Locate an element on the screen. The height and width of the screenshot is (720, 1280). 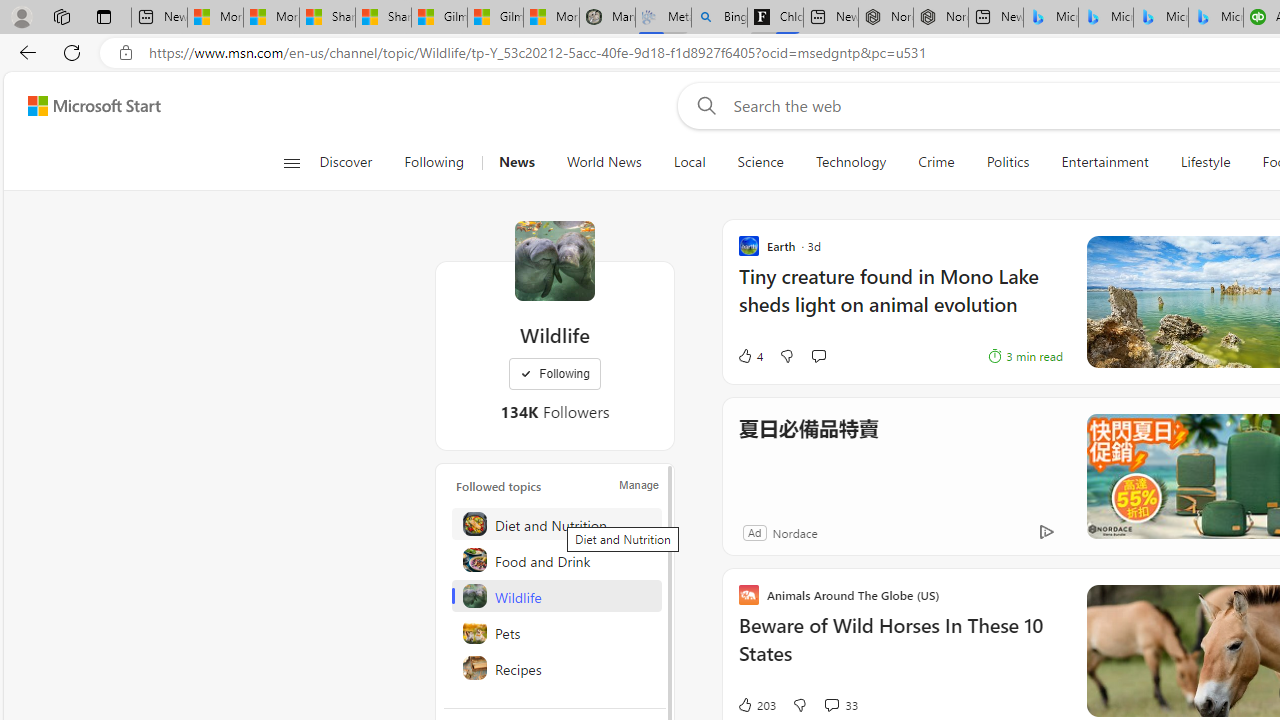
'Technology' is located at coordinates (851, 162).